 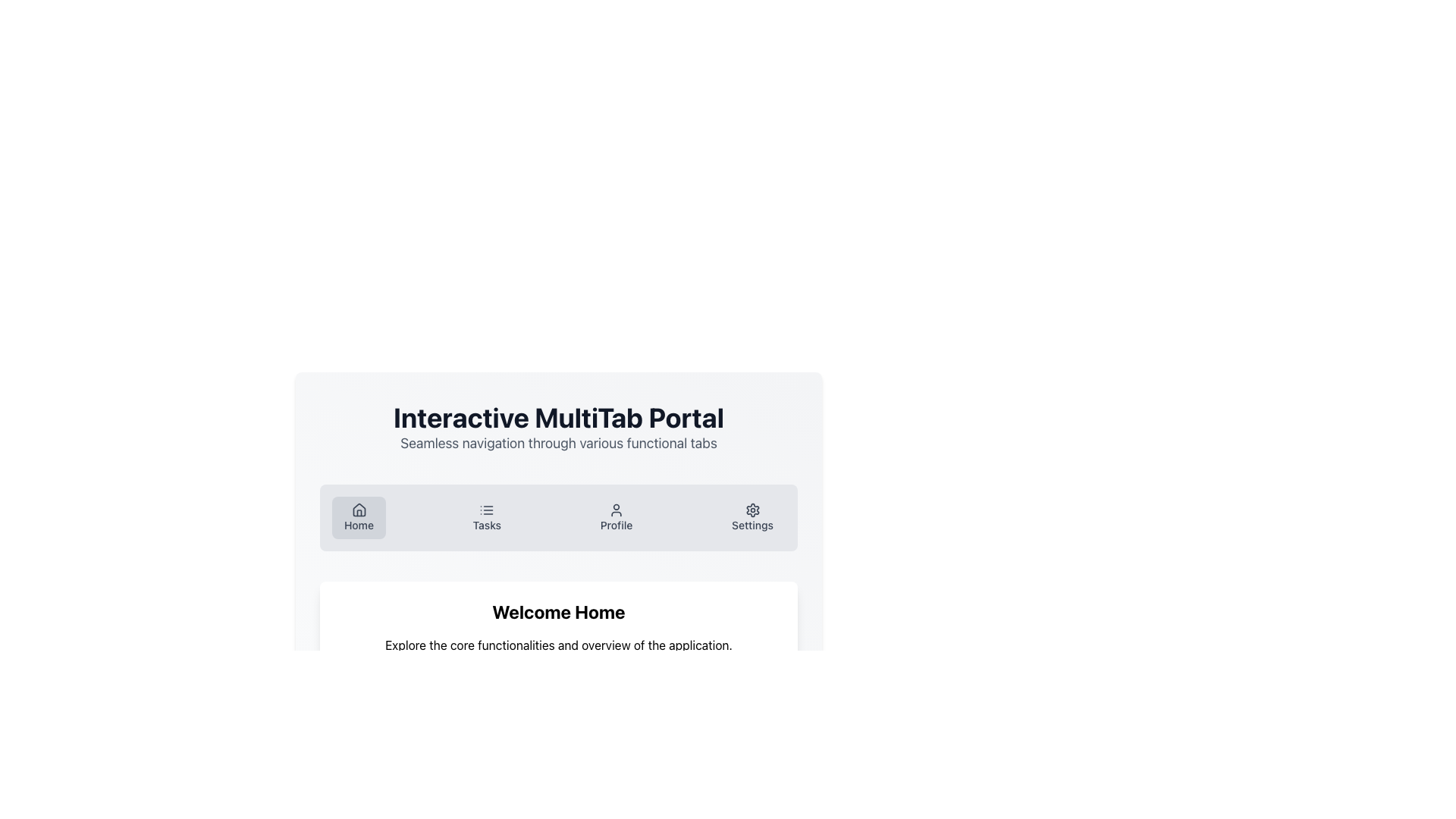 What do you see at coordinates (558, 516) in the screenshot?
I see `the individual items in the Navigation bar located centrally below the title 'Interactive MultiTab Portal' and above the content 'Welcome Home'` at bounding box center [558, 516].